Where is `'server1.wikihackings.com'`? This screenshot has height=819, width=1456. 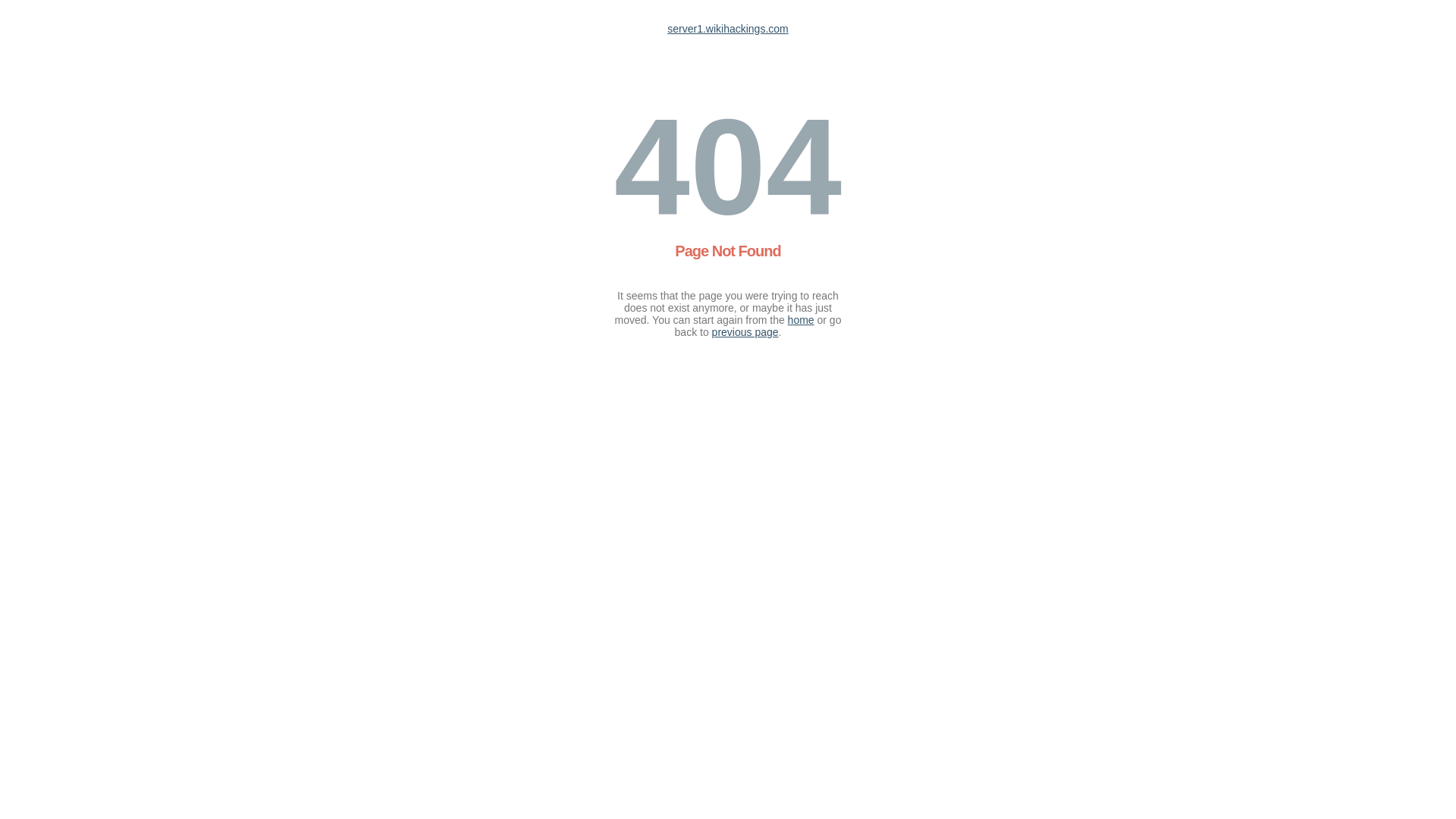 'server1.wikihackings.com' is located at coordinates (728, 29).